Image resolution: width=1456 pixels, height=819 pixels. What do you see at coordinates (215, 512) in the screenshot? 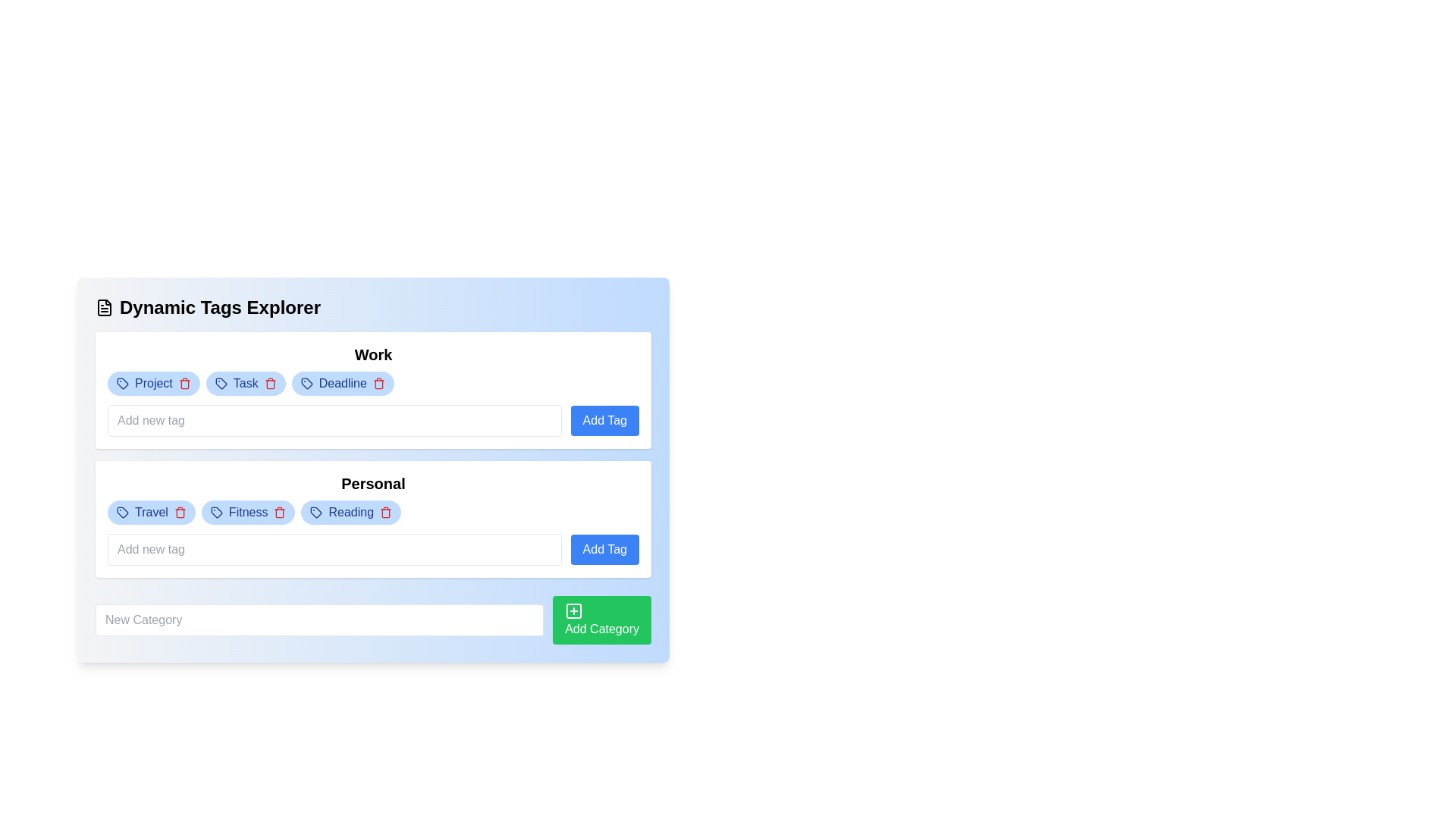
I see `the 'Fitness' icon located within the 'Personal' section, positioned` at bounding box center [215, 512].